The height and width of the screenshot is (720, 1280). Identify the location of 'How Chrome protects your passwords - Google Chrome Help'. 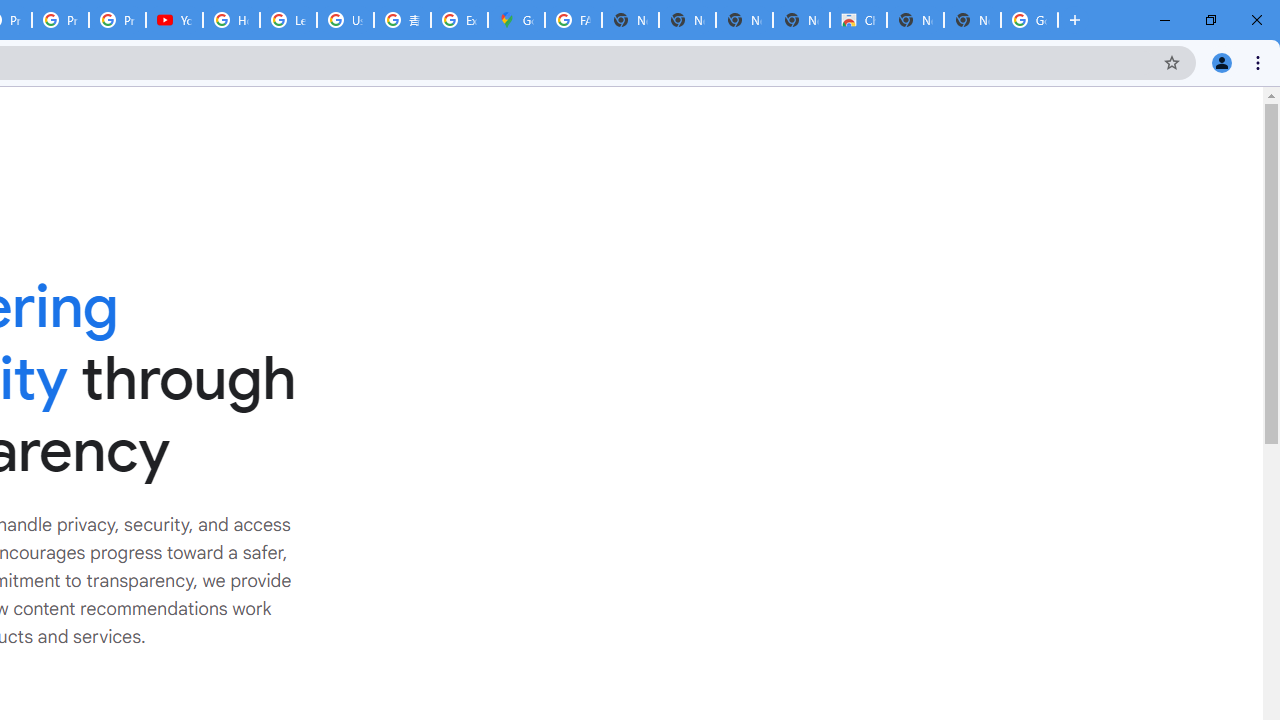
(231, 20).